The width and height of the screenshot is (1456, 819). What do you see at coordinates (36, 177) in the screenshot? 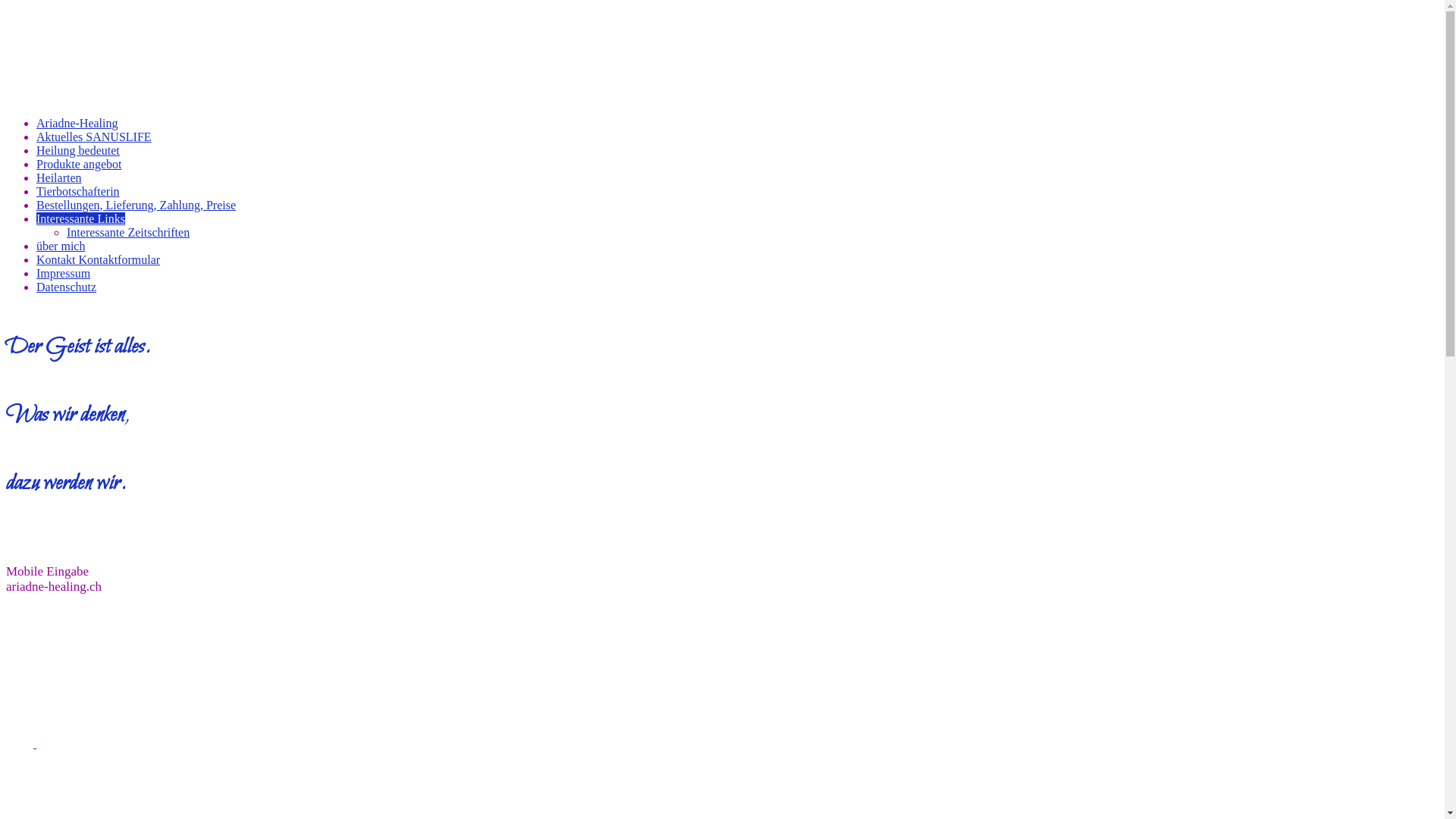
I see `'Heilarten'` at bounding box center [36, 177].